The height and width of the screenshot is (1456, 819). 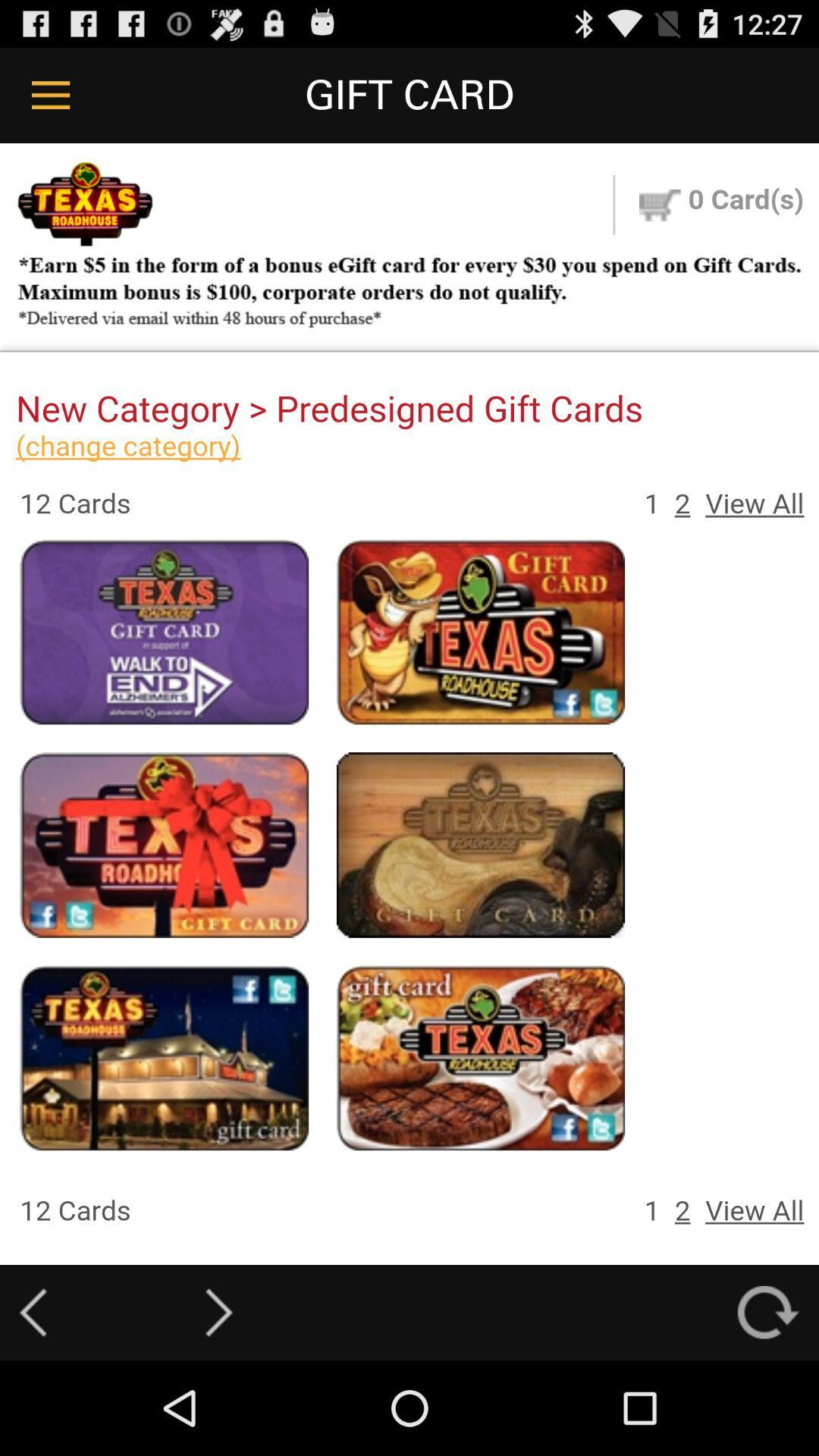 I want to click on next page, so click(x=219, y=1312).